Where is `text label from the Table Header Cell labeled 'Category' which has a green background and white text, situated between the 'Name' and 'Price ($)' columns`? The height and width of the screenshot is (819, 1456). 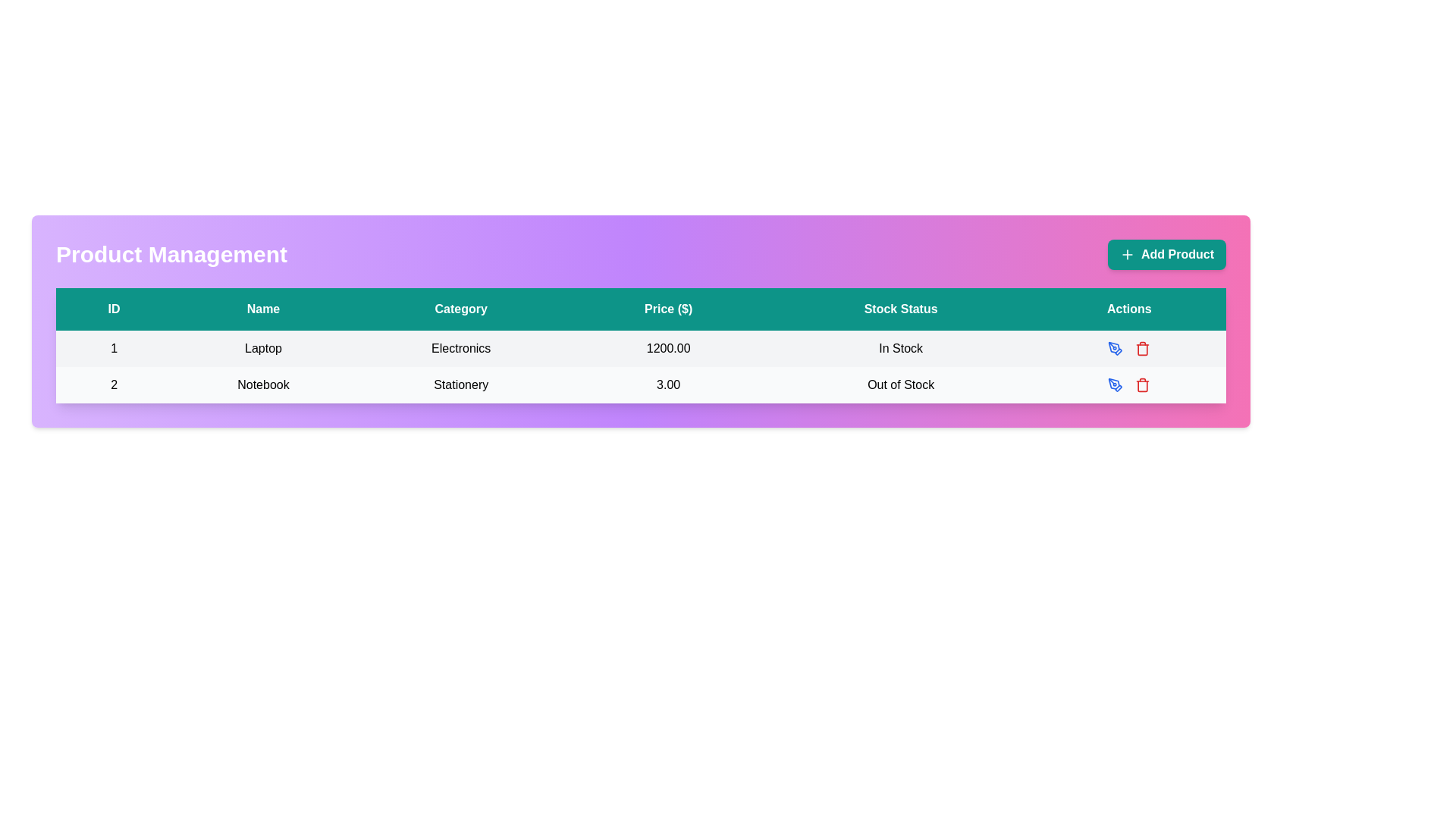 text label from the Table Header Cell labeled 'Category' which has a green background and white text, situated between the 'Name' and 'Price ($)' columns is located at coordinates (460, 309).